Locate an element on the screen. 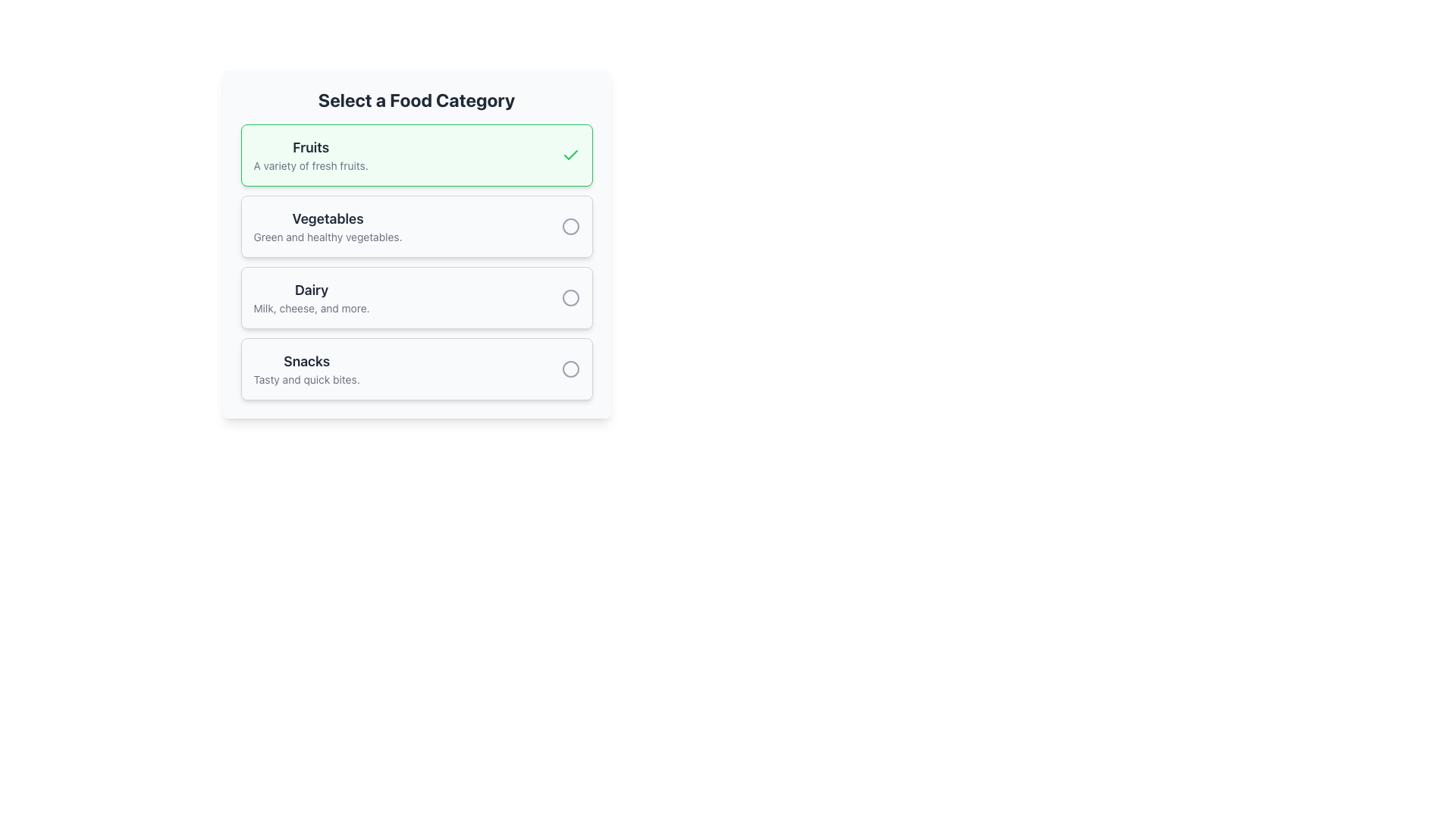  the unselected radio button for the 'Vegetables' category is located at coordinates (570, 227).